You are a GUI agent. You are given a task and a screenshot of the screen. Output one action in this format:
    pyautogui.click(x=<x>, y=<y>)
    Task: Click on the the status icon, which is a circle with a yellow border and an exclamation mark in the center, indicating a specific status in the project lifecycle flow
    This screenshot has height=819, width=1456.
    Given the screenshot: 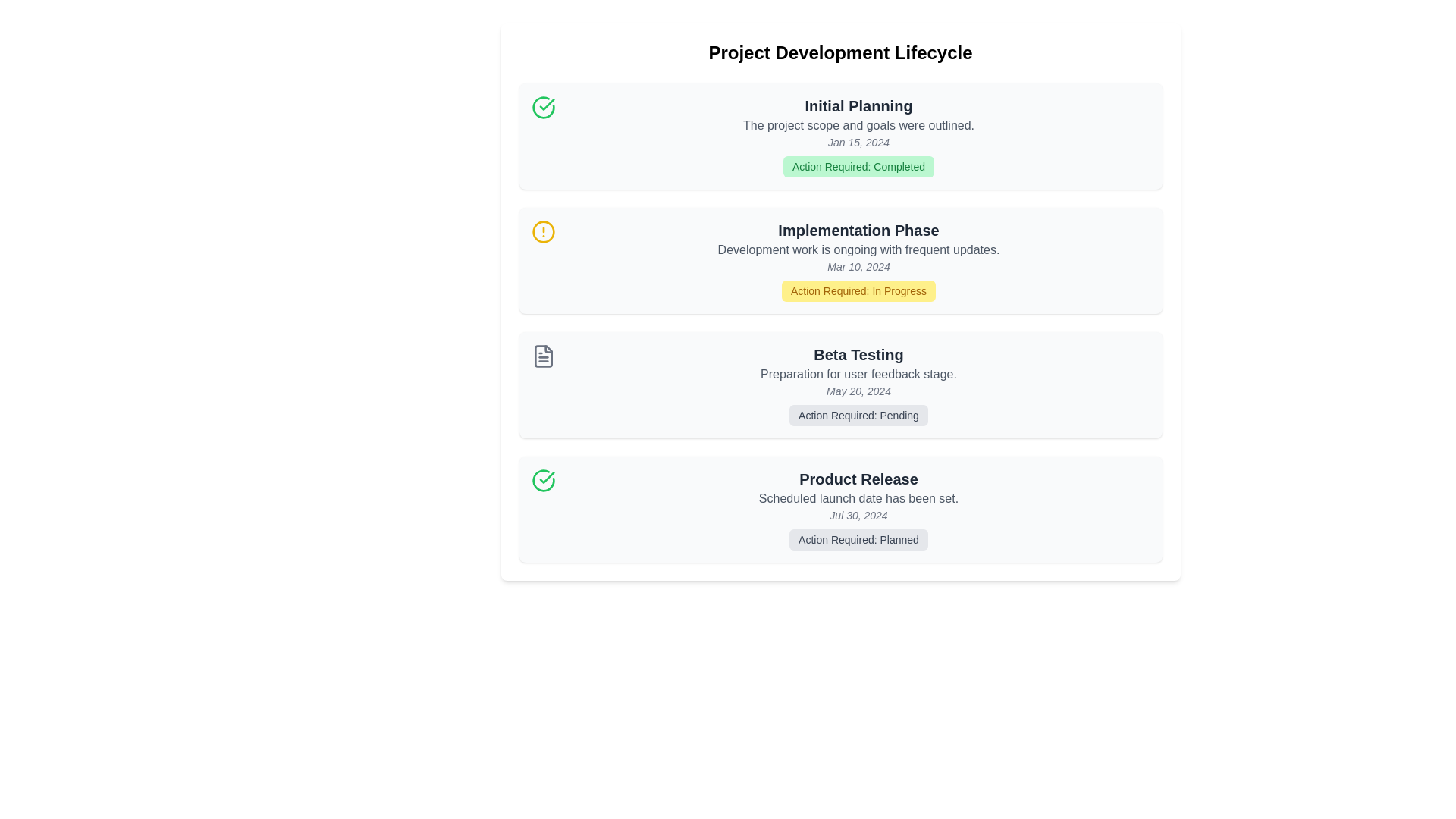 What is the action you would take?
    pyautogui.click(x=543, y=231)
    